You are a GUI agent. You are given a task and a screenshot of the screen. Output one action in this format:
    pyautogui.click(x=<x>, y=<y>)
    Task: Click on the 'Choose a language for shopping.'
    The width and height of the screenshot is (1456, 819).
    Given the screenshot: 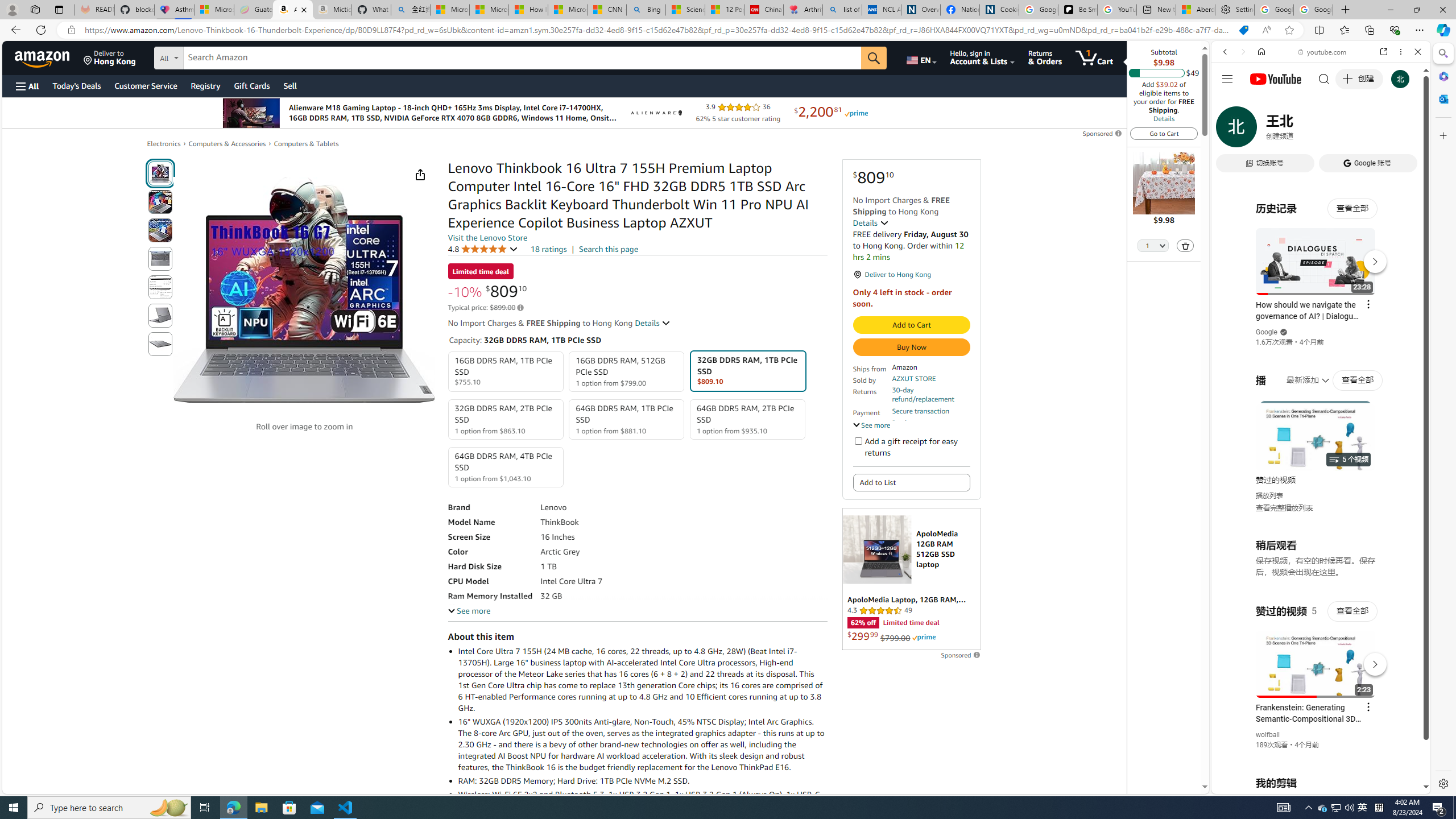 What is the action you would take?
    pyautogui.click(x=920, y=57)
    